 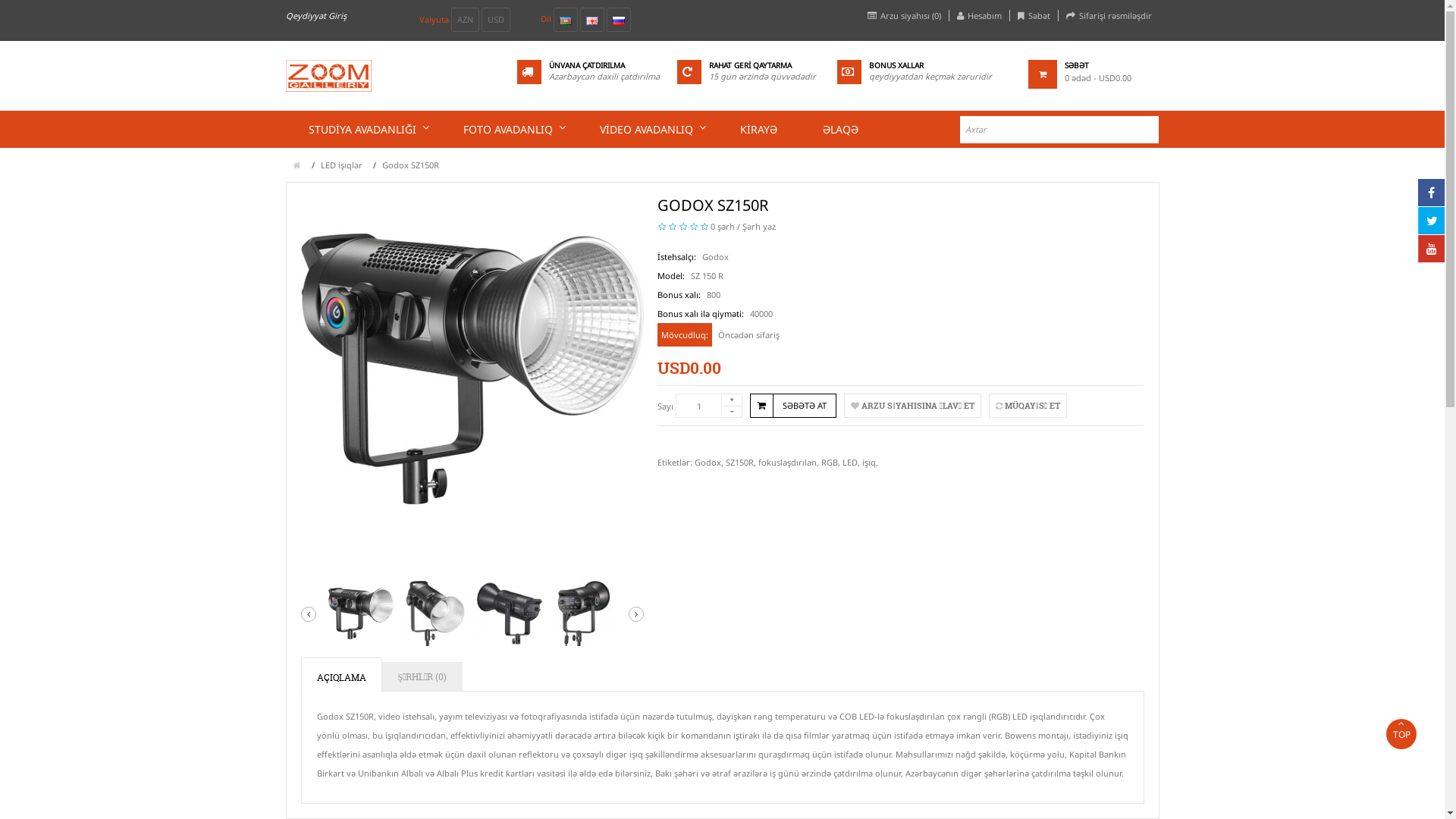 What do you see at coordinates (1401, 733) in the screenshot?
I see `'TOP'` at bounding box center [1401, 733].